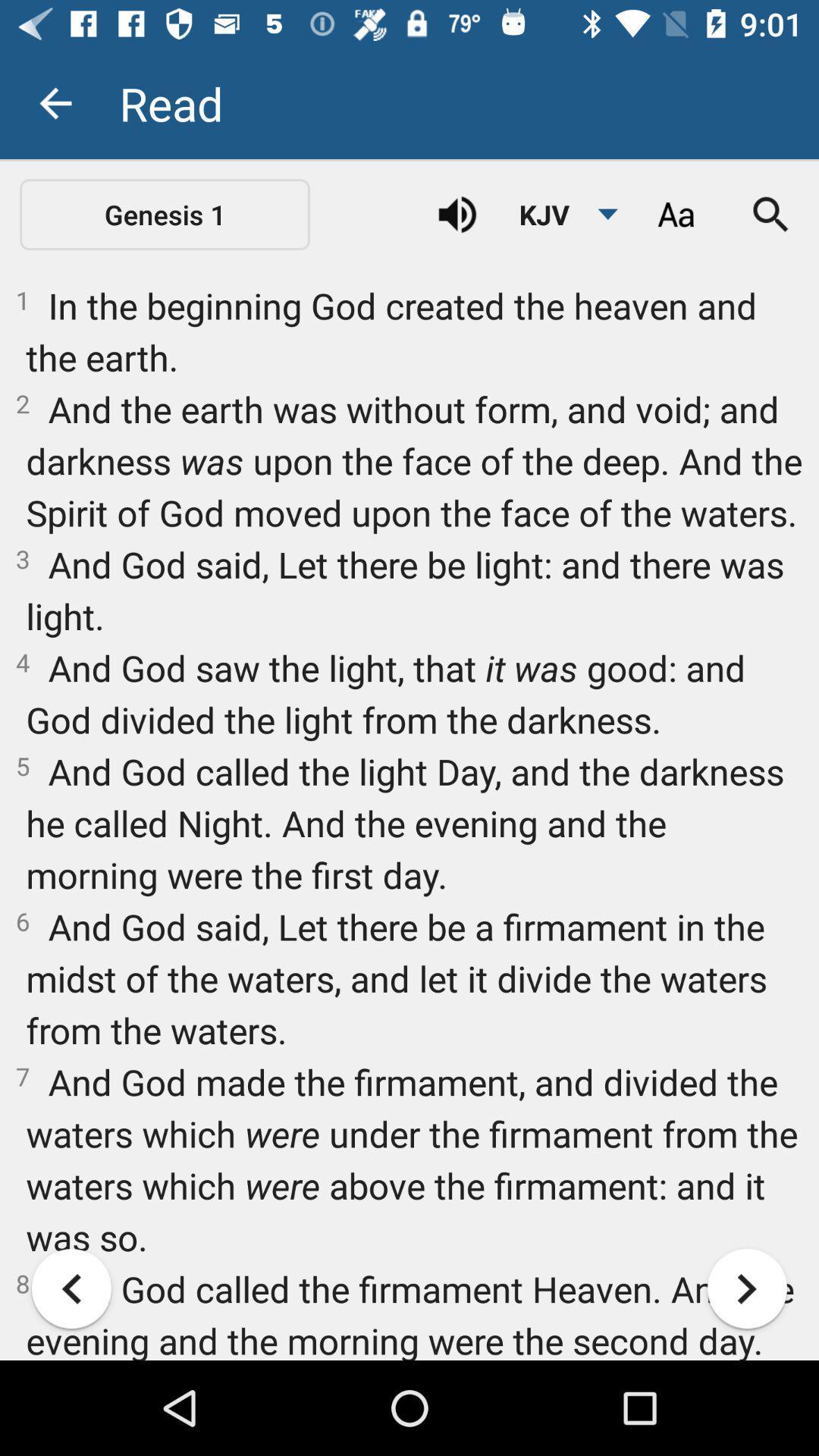  What do you see at coordinates (71, 1288) in the screenshot?
I see `the arrow_backward icon` at bounding box center [71, 1288].